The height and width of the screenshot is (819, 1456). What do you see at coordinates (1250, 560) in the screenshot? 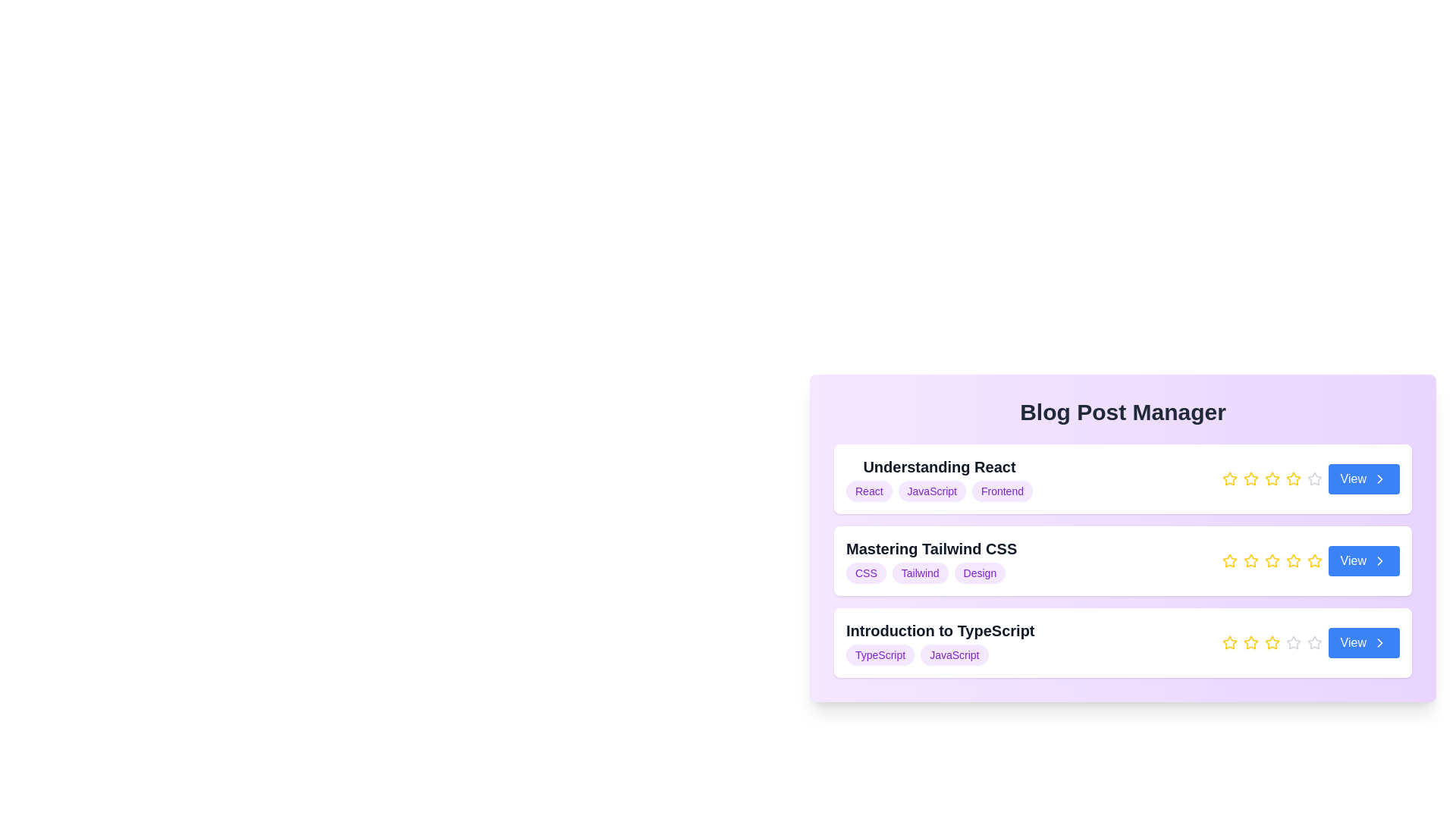
I see `the second star icon` at bounding box center [1250, 560].